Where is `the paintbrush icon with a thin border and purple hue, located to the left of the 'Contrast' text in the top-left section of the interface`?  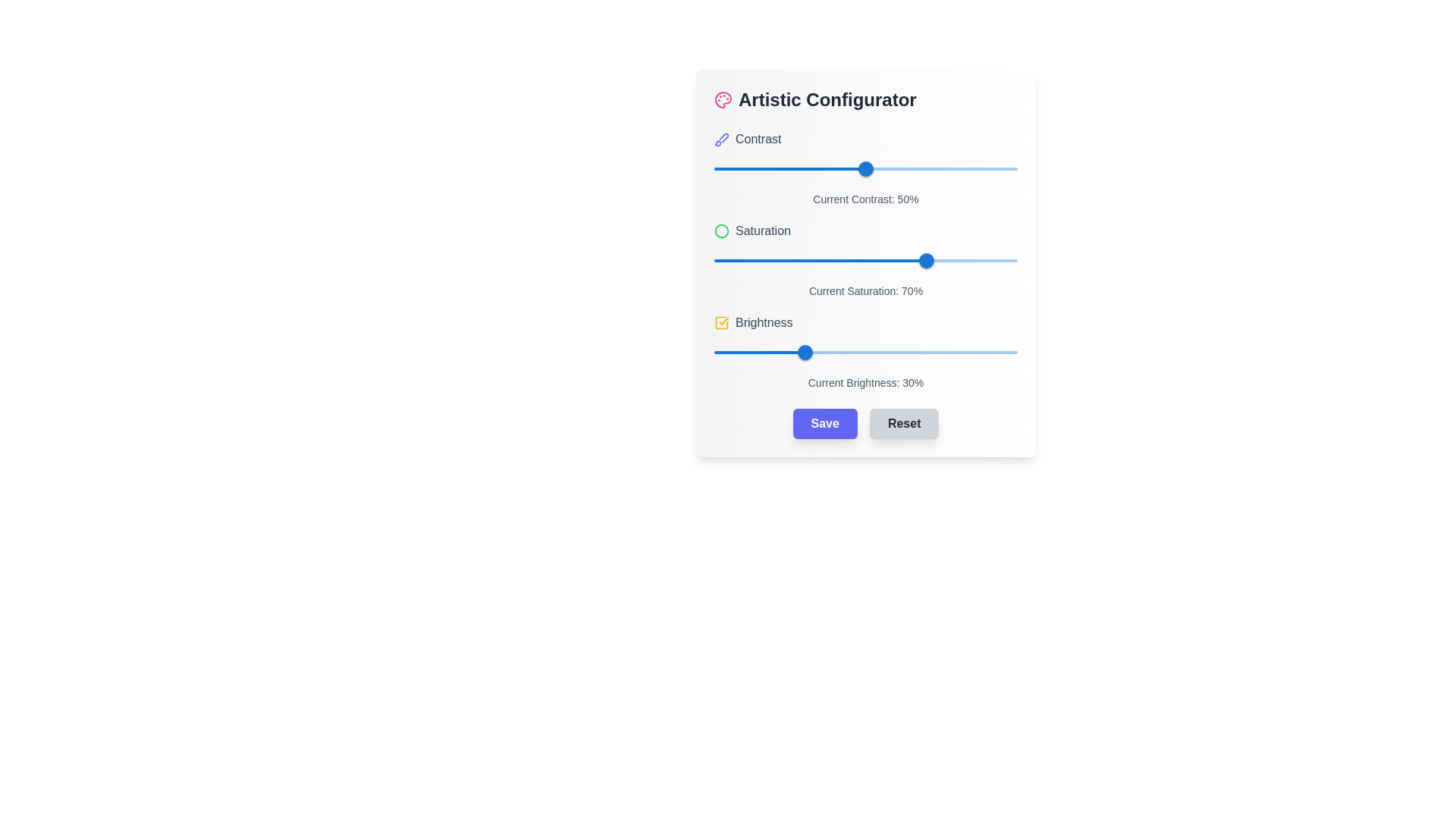
the paintbrush icon with a thin border and purple hue, located to the left of the 'Contrast' text in the top-left section of the interface is located at coordinates (720, 140).